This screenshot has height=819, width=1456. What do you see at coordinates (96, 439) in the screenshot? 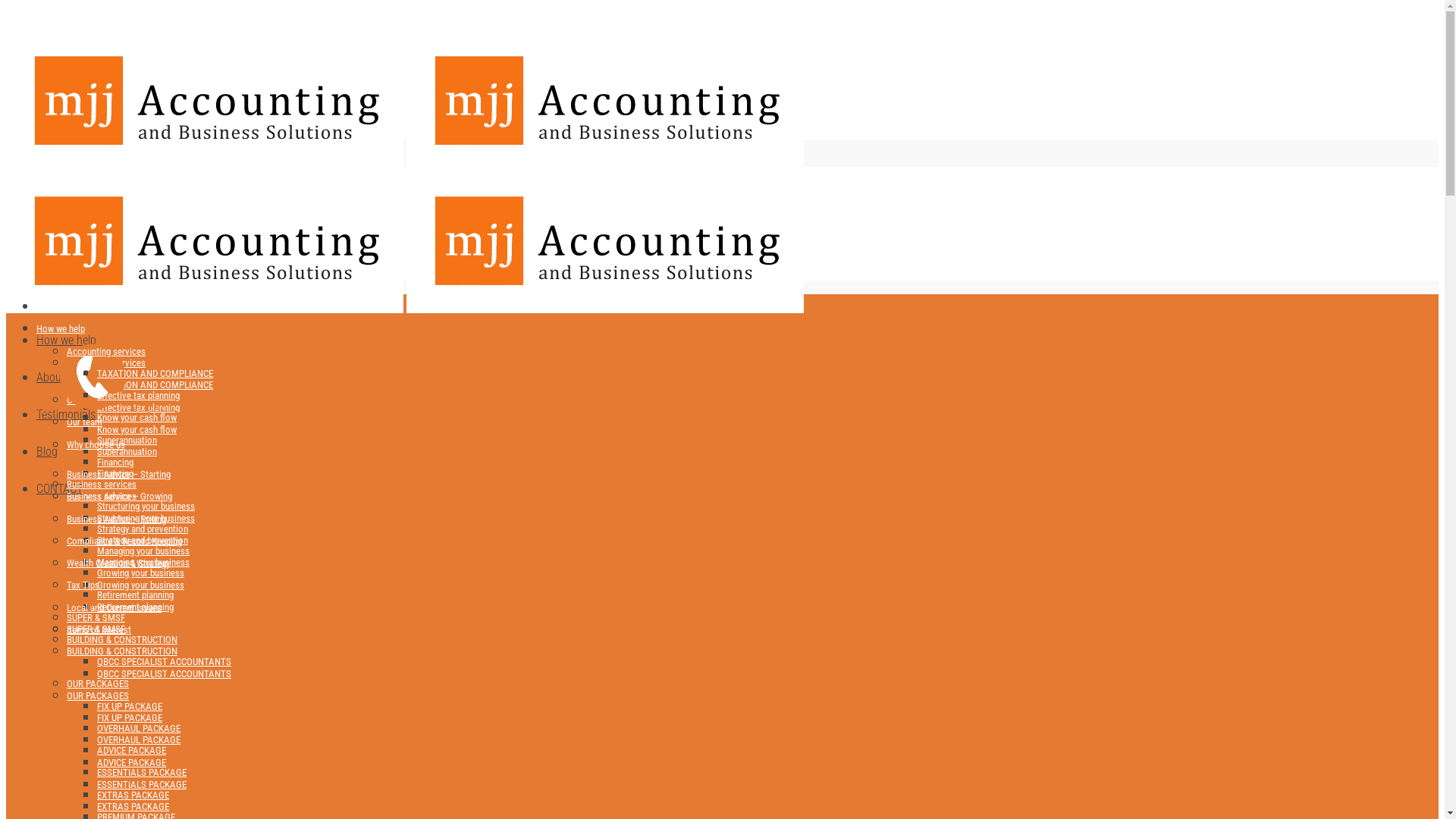
I see `'Superannuation'` at bounding box center [96, 439].